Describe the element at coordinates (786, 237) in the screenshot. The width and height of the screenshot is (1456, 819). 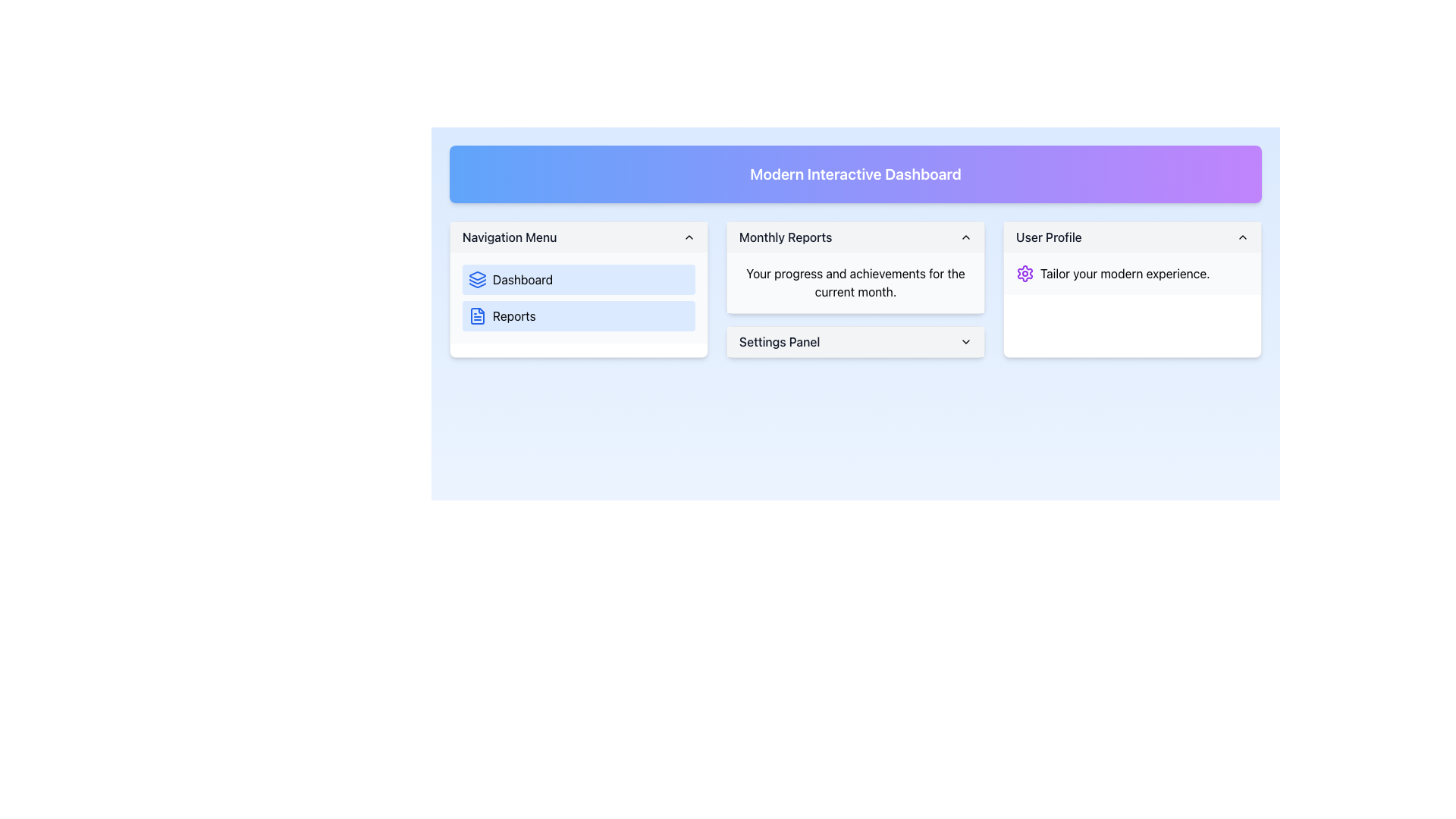
I see `the 'Monthly Reports' text label, which is a dark gray font label aligned left in the middle panel of the 'Modern Interactive Dashboard.'` at that location.